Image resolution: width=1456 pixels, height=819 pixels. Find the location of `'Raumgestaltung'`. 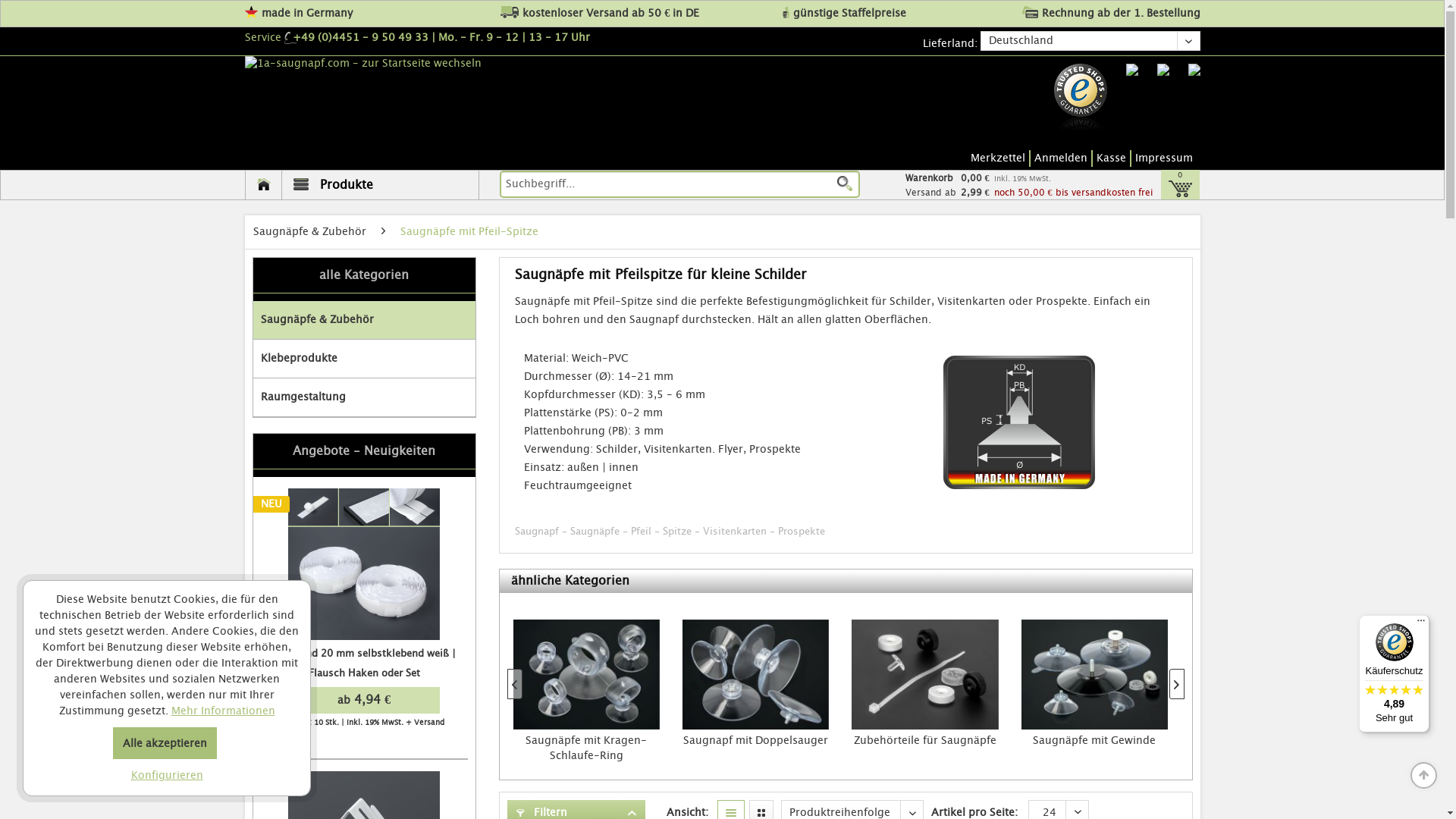

'Raumgestaltung' is located at coordinates (364, 397).